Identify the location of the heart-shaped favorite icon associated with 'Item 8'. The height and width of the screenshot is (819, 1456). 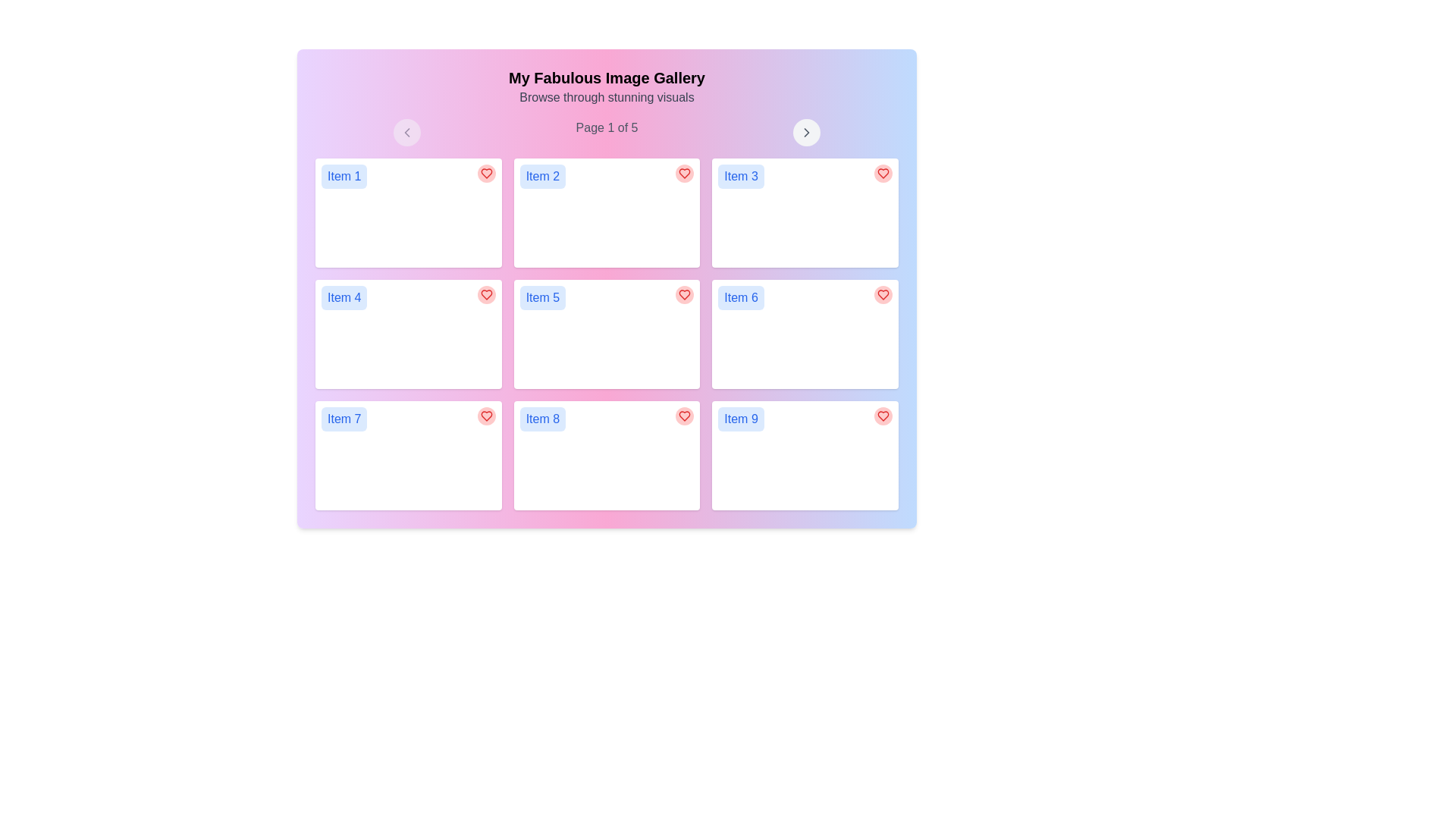
(684, 416).